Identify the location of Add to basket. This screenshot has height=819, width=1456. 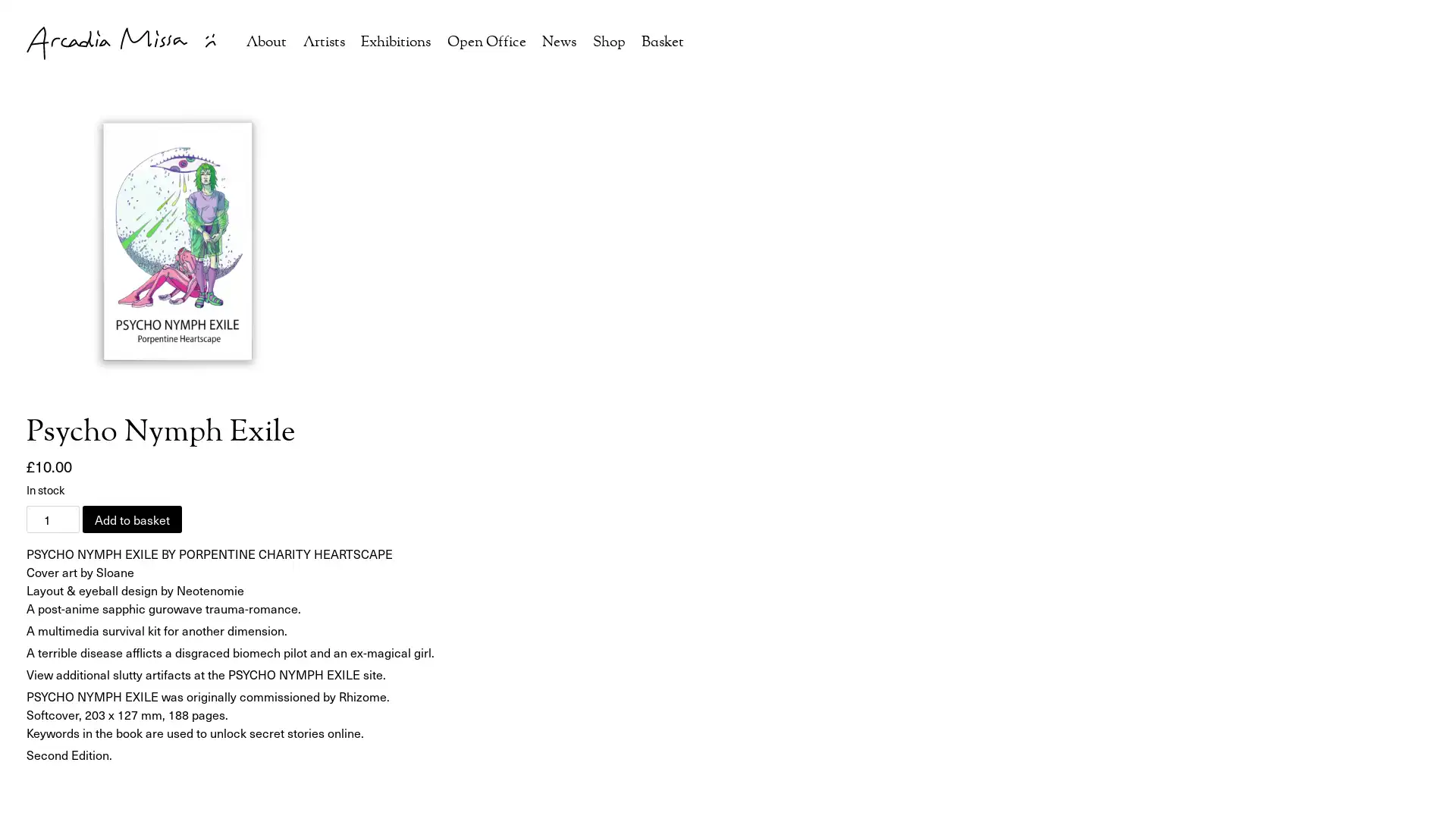
(132, 518).